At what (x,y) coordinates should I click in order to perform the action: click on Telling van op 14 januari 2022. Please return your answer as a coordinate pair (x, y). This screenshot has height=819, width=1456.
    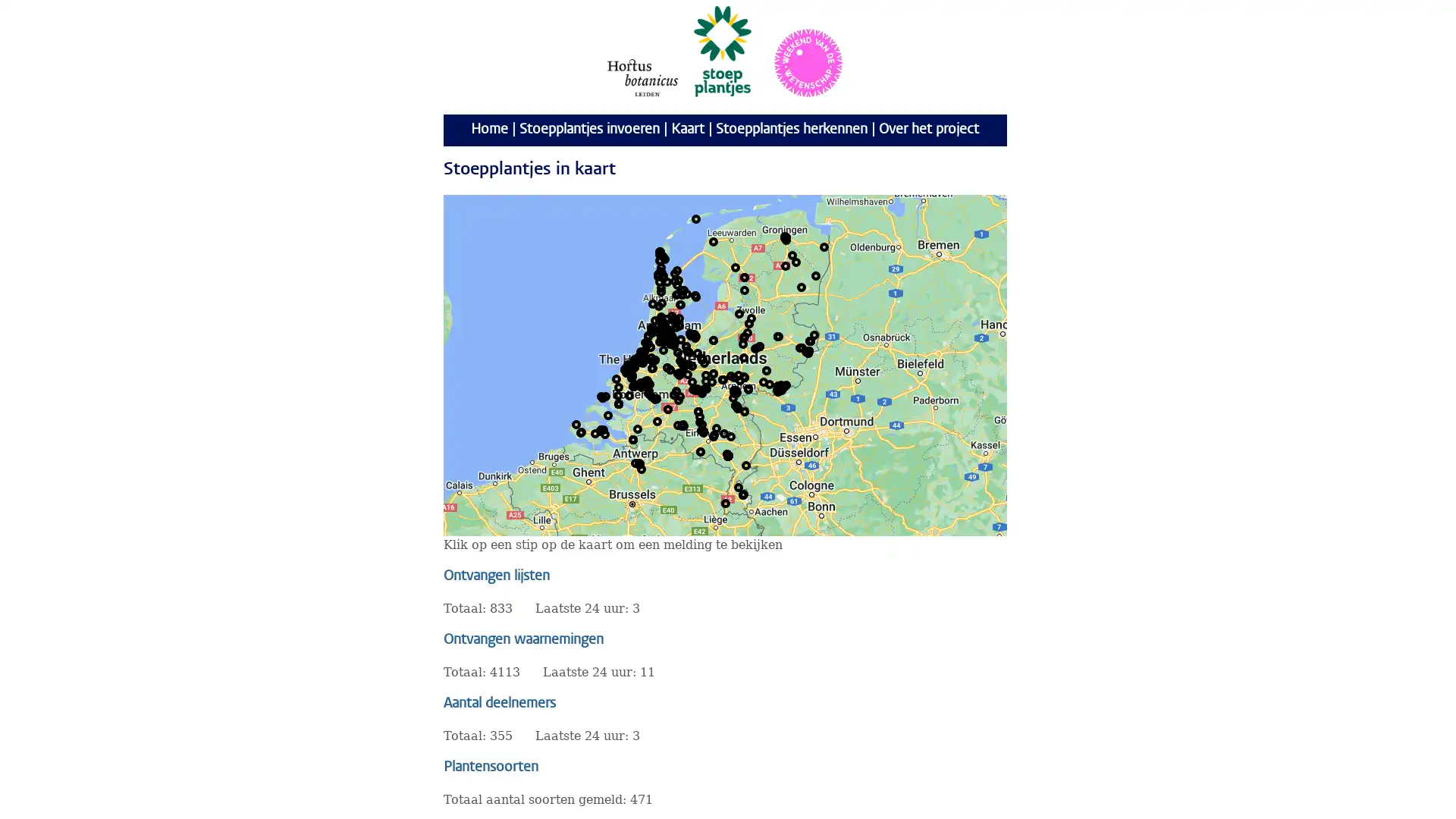
    Looking at the image, I should click on (662, 335).